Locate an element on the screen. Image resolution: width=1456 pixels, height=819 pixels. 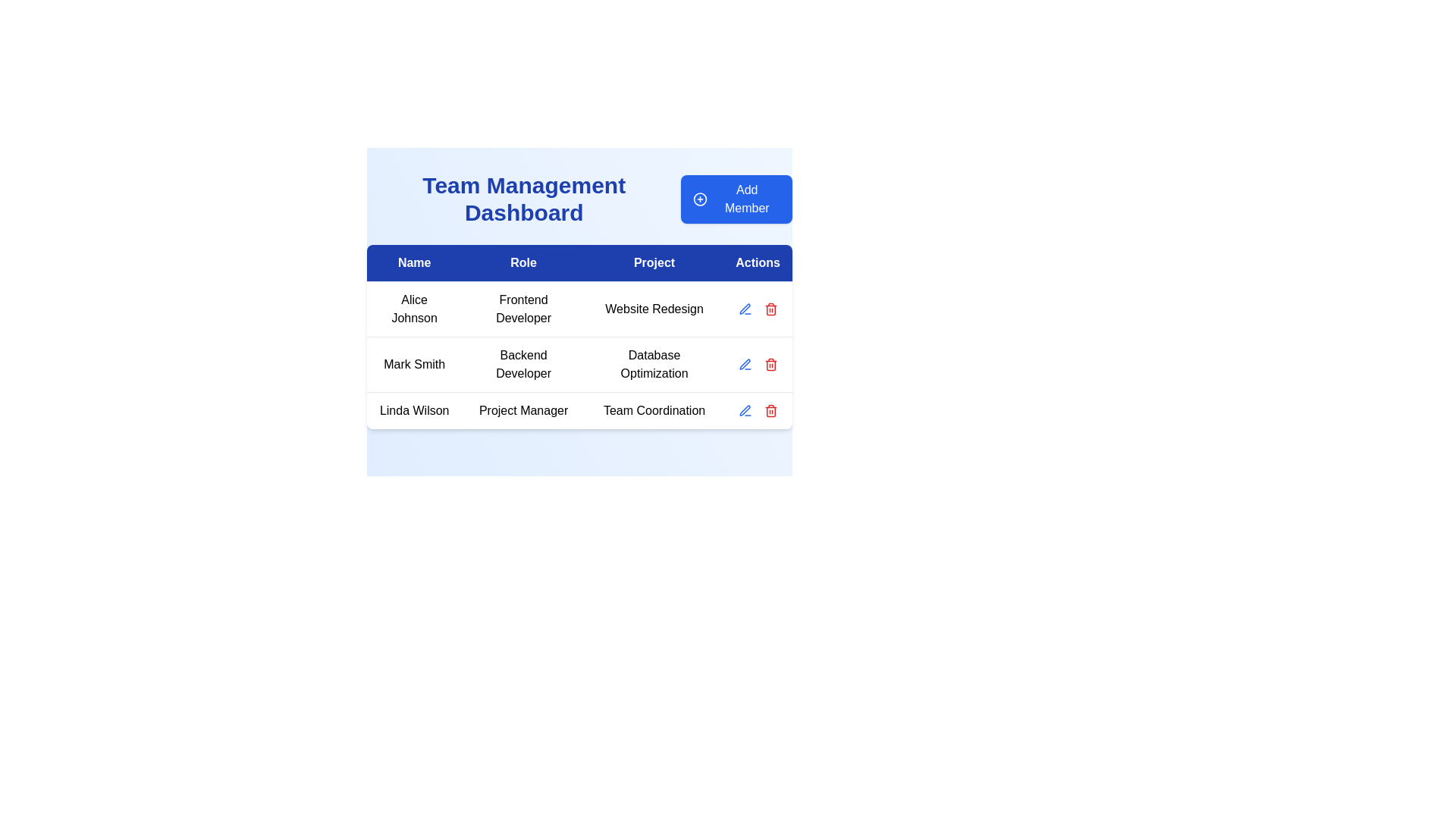
the 'Name' label, which is the leftmost label in a row of four labels at the top of a table, styled in white text on a dark blue background is located at coordinates (414, 262).